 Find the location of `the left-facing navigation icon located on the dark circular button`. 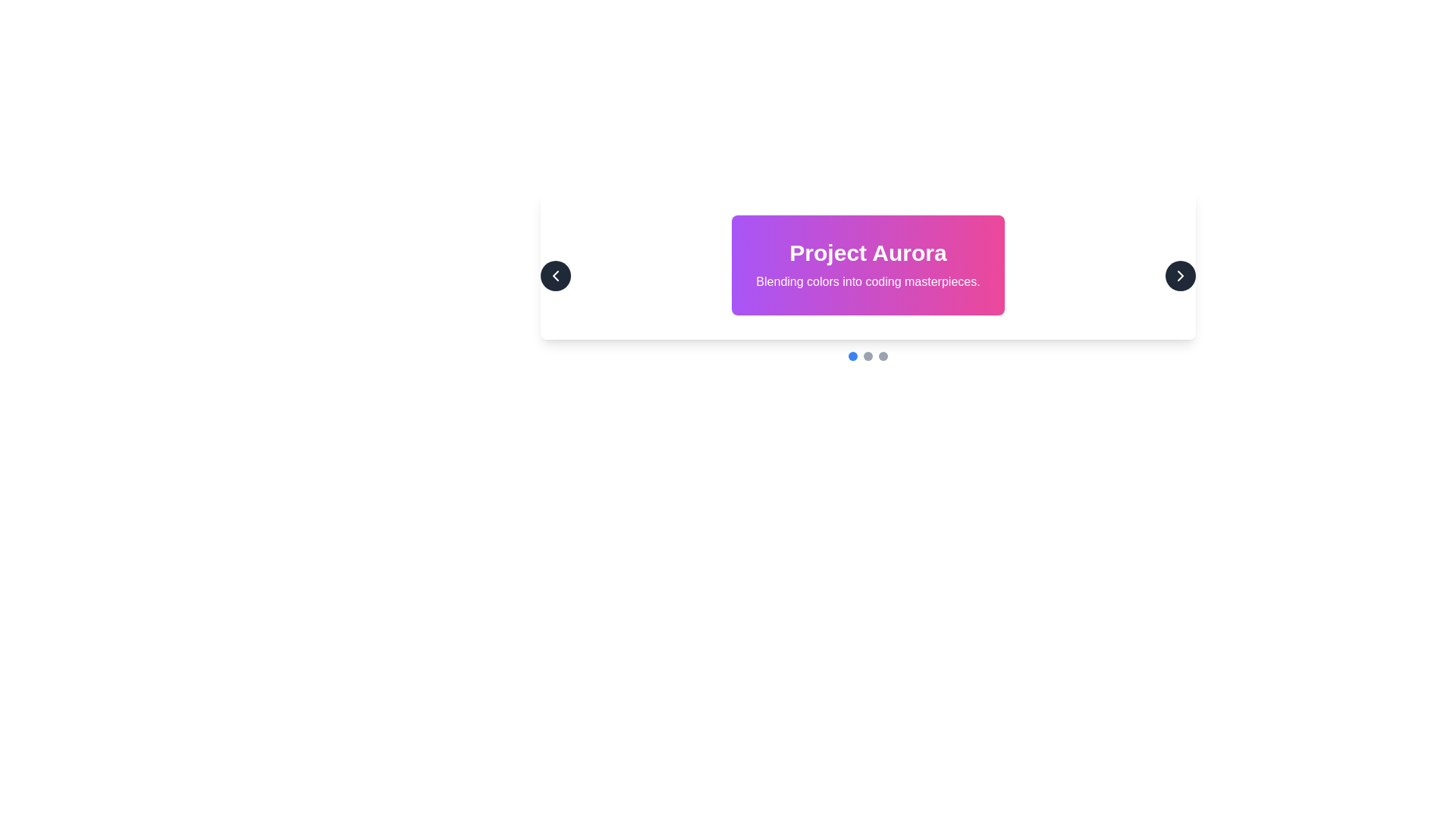

the left-facing navigation icon located on the dark circular button is located at coordinates (555, 275).